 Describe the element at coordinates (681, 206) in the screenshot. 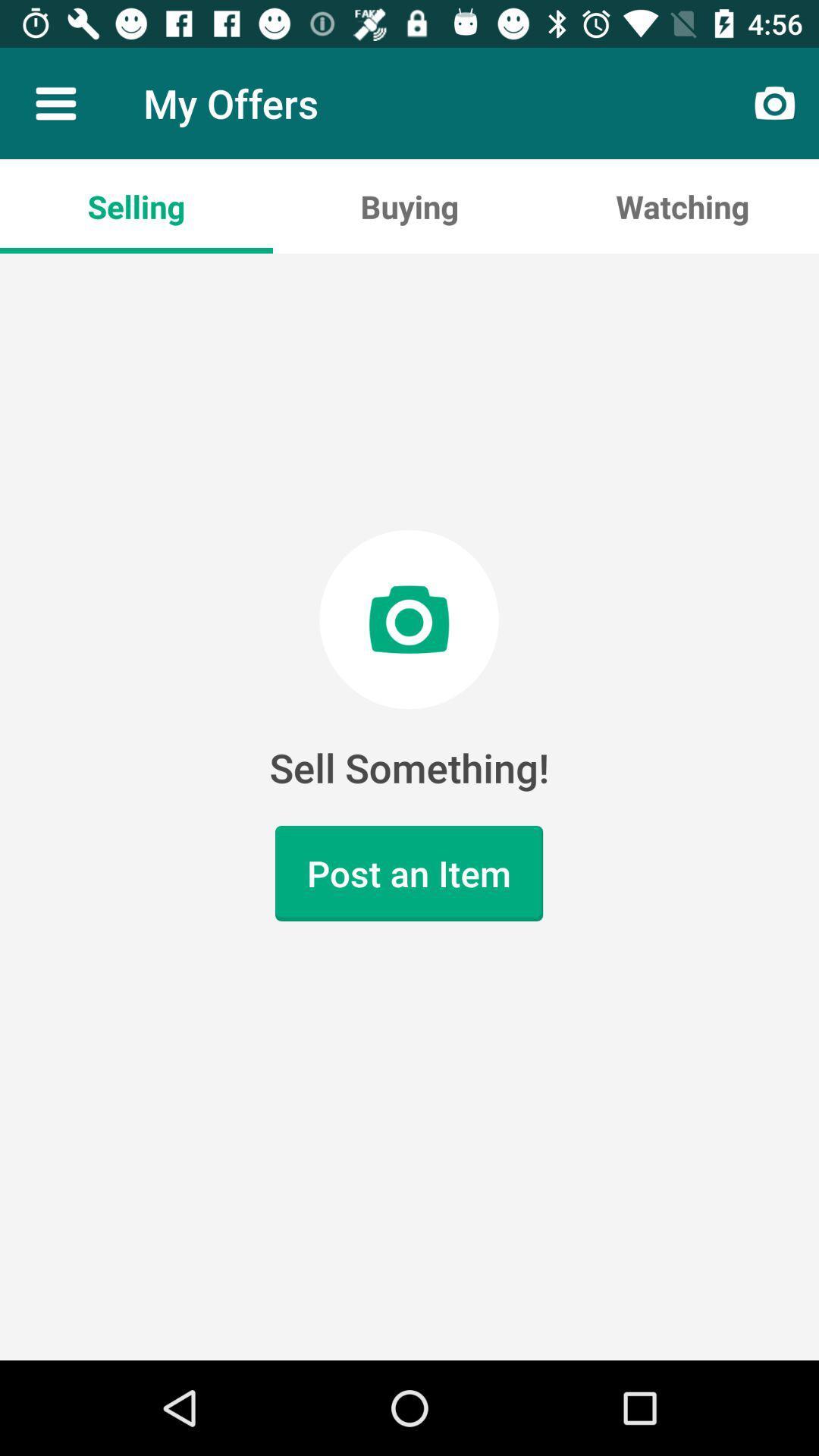

I see `the app next to buying app` at that location.